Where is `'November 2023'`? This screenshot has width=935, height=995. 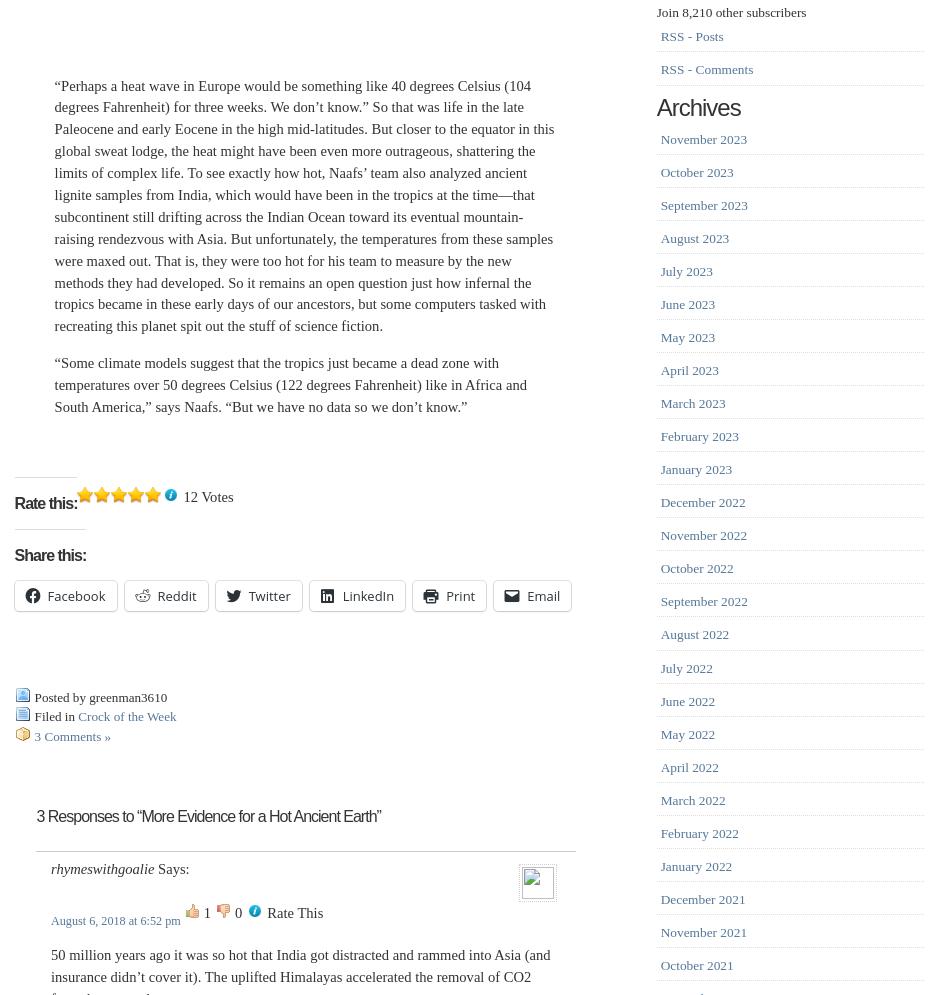 'November 2023' is located at coordinates (660, 137).